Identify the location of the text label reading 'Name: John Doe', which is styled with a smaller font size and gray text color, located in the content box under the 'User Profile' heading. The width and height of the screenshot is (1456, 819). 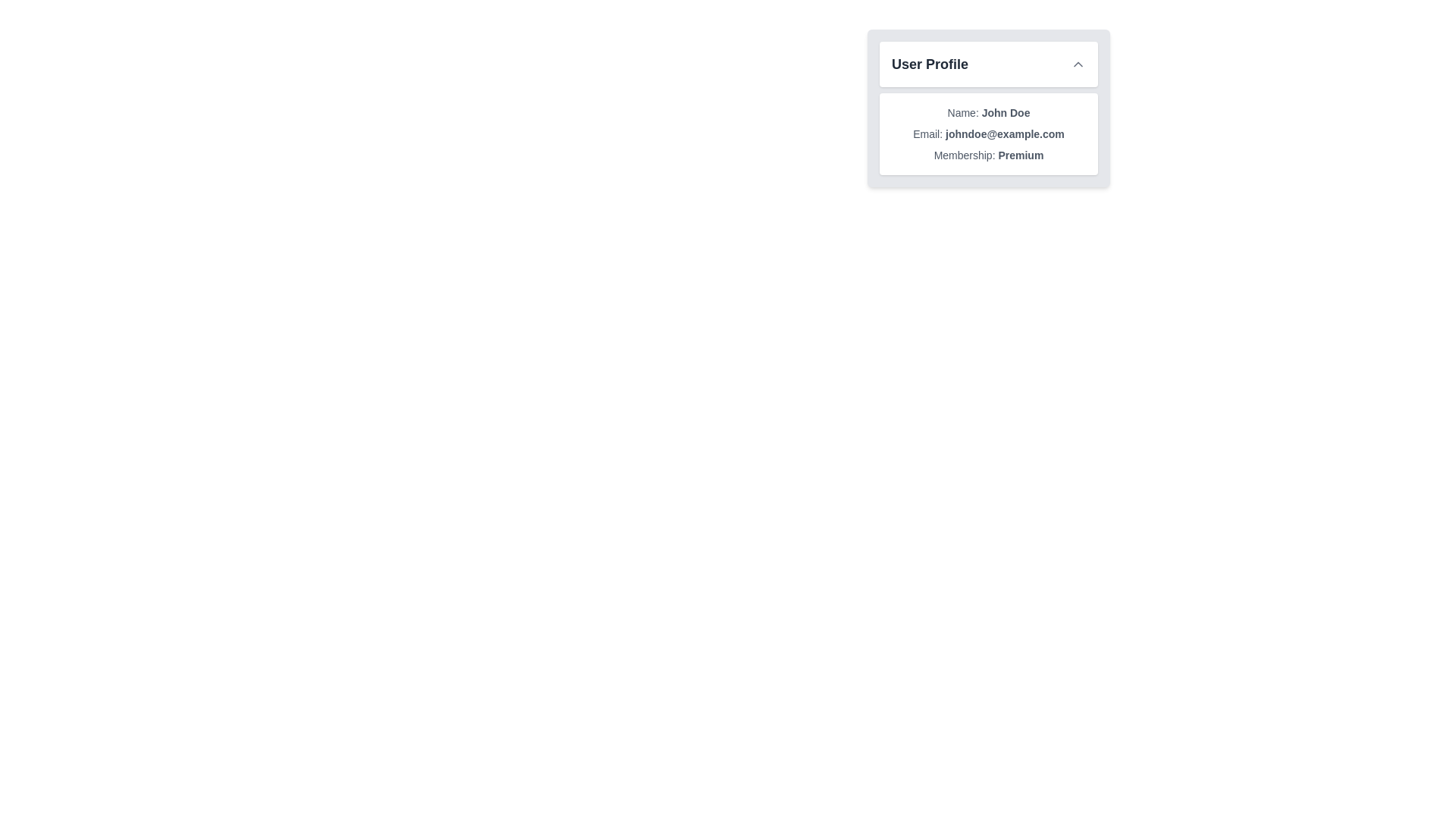
(989, 112).